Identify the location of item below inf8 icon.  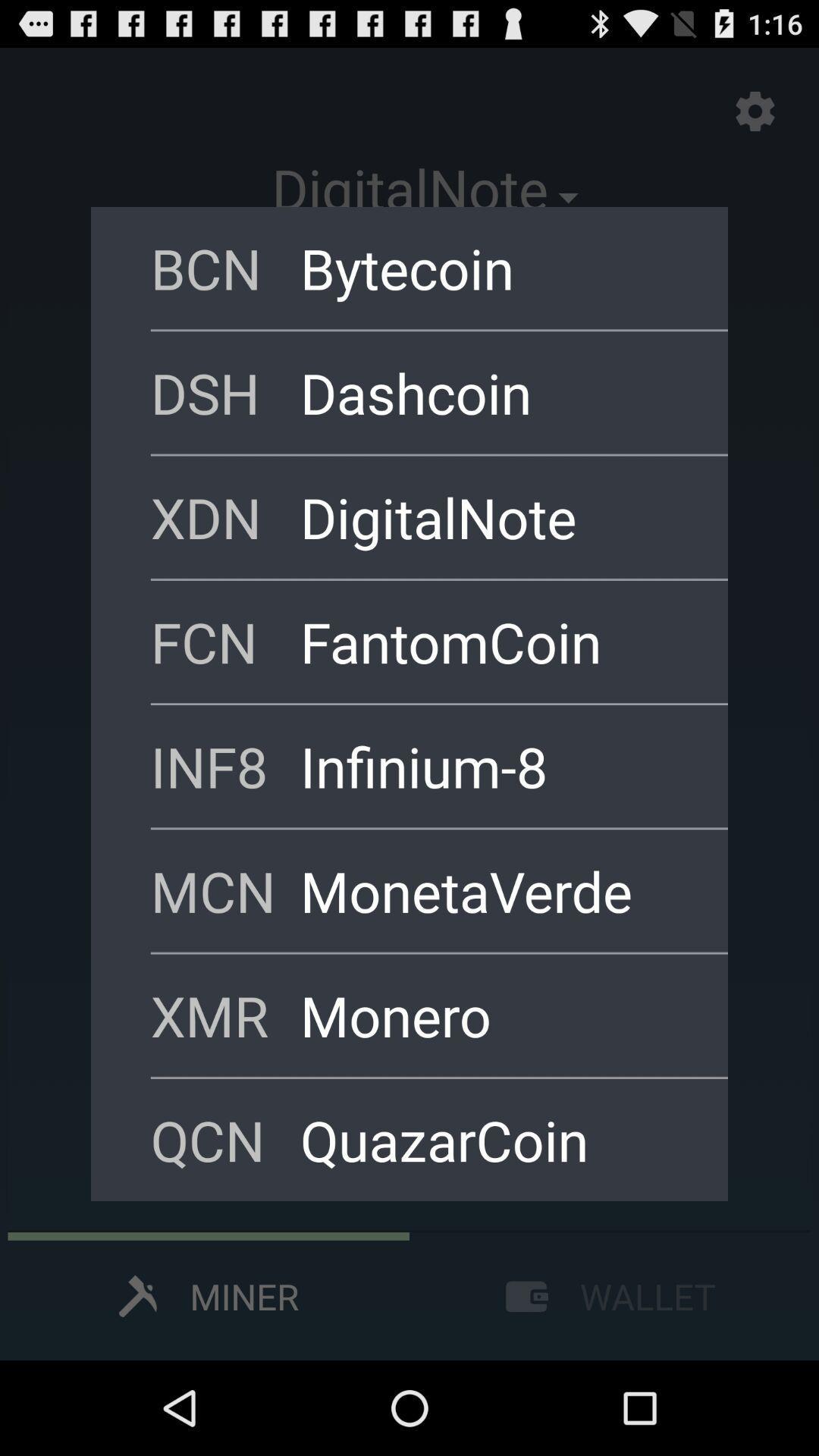
(225, 890).